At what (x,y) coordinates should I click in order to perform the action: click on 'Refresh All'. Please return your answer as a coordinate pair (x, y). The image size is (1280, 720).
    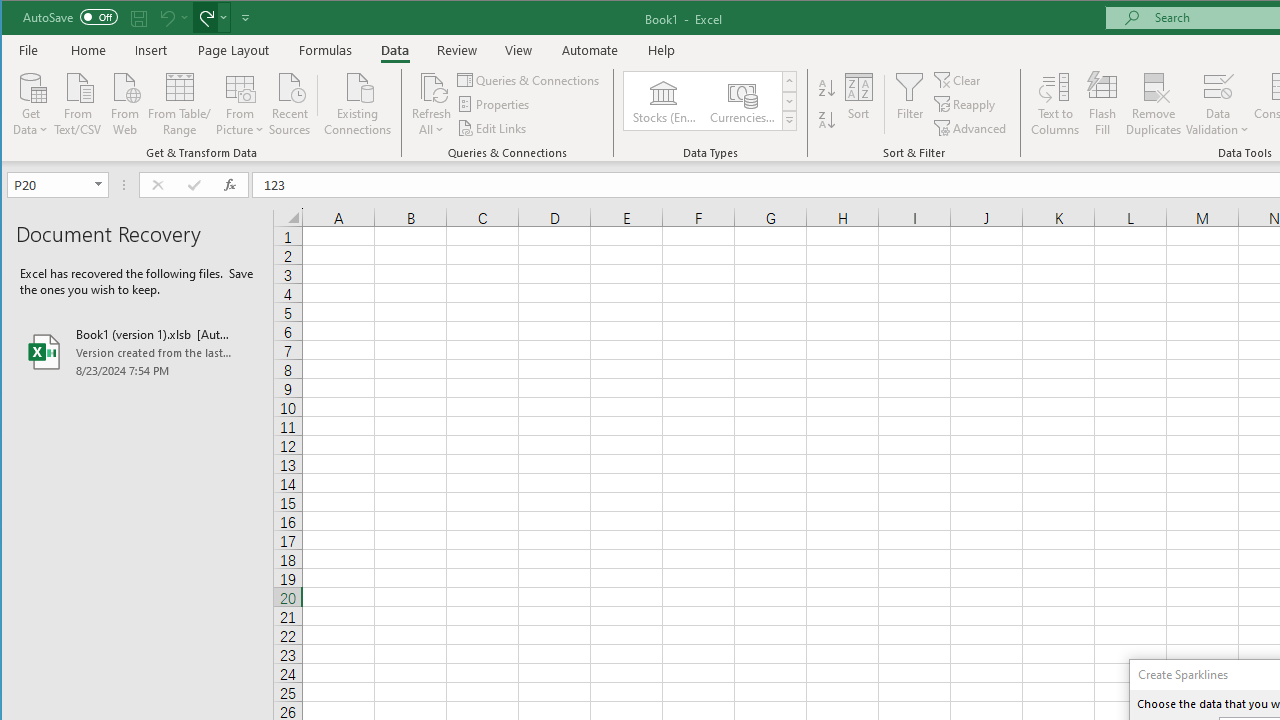
    Looking at the image, I should click on (431, 85).